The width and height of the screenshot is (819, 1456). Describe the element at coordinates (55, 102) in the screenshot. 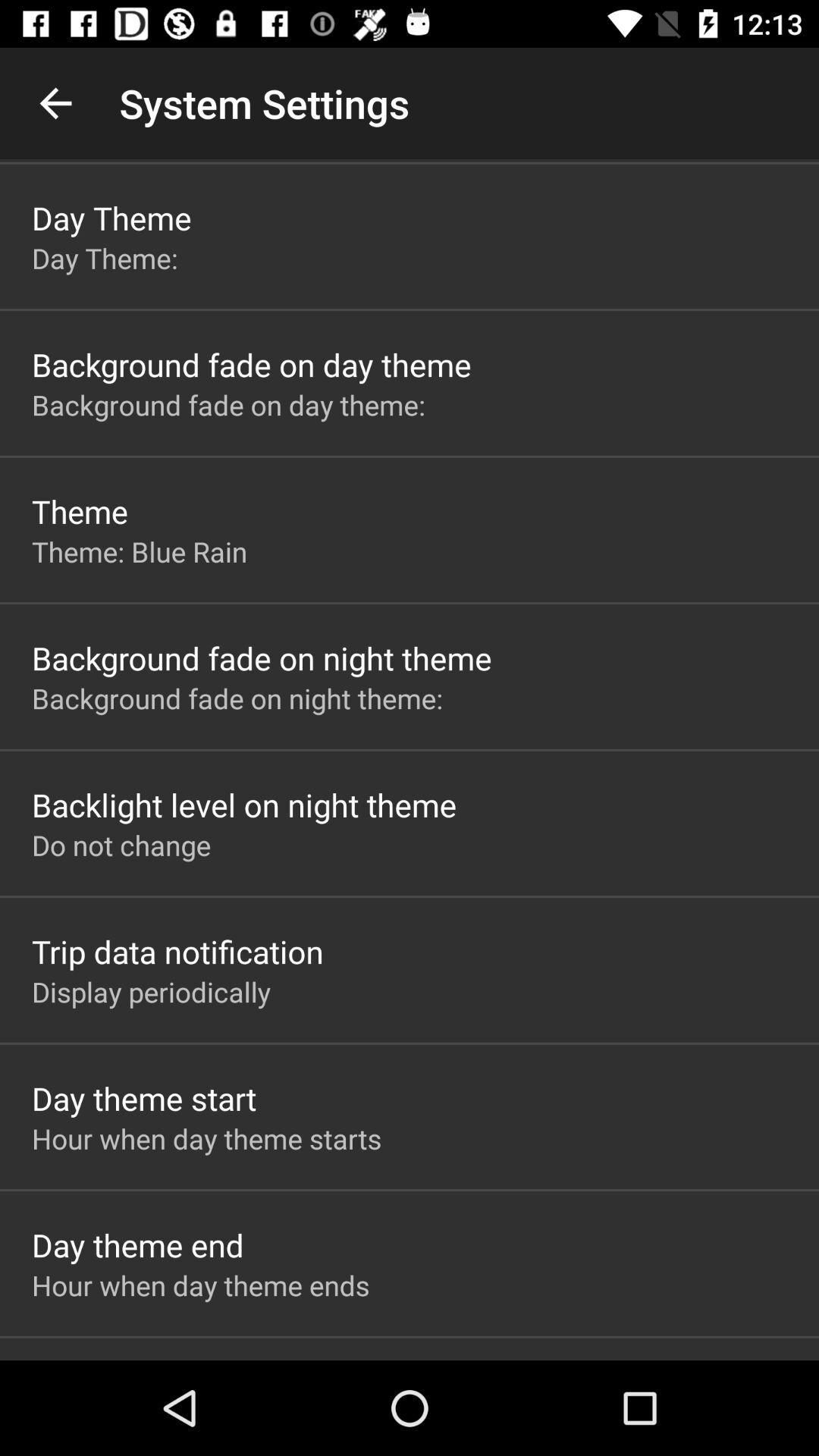

I see `icon above the day theme item` at that location.